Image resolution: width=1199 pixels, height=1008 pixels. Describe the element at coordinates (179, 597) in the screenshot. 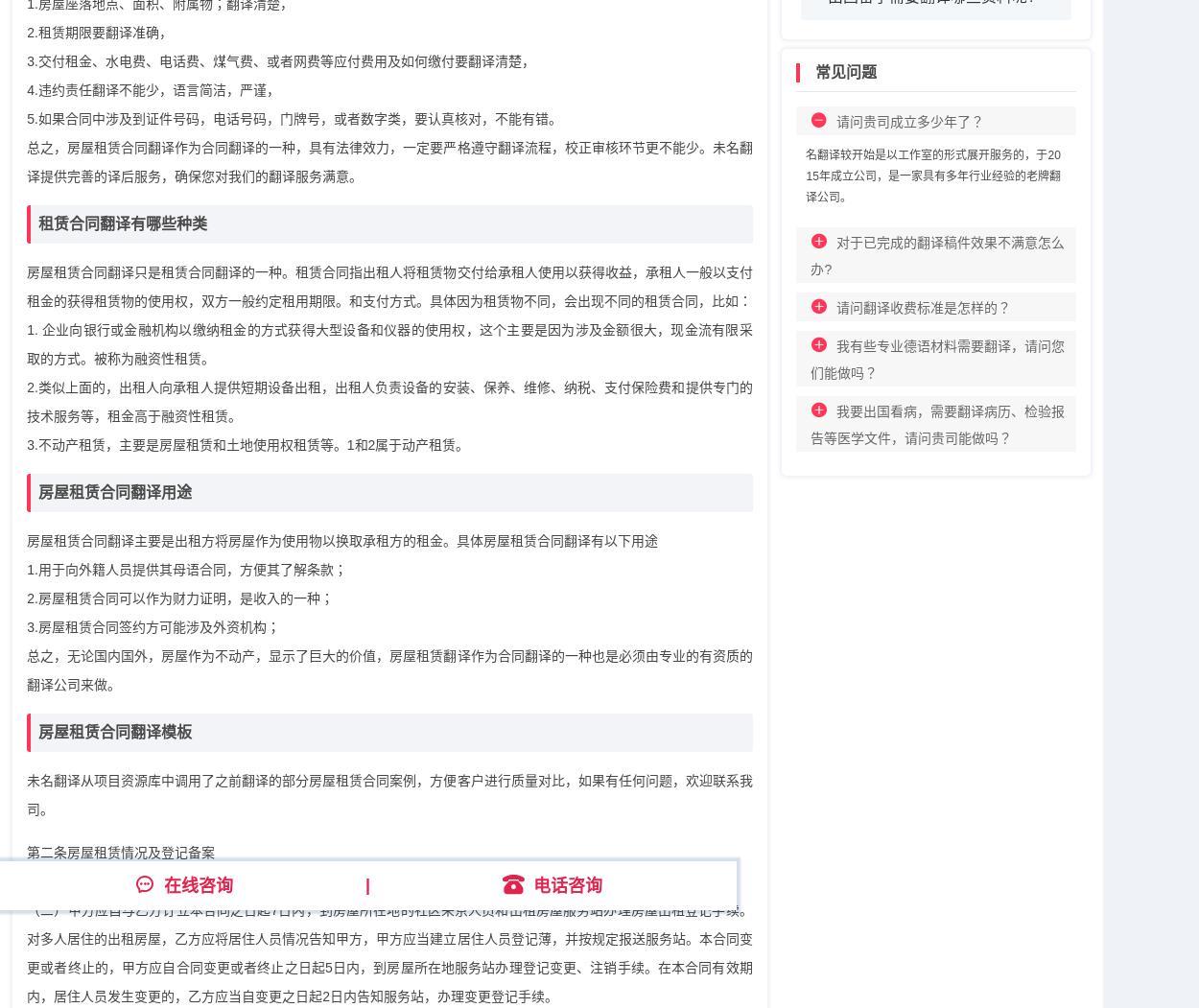

I see `'2.房屋租赁合同可以作为财力证明，是收入的一种；'` at that location.